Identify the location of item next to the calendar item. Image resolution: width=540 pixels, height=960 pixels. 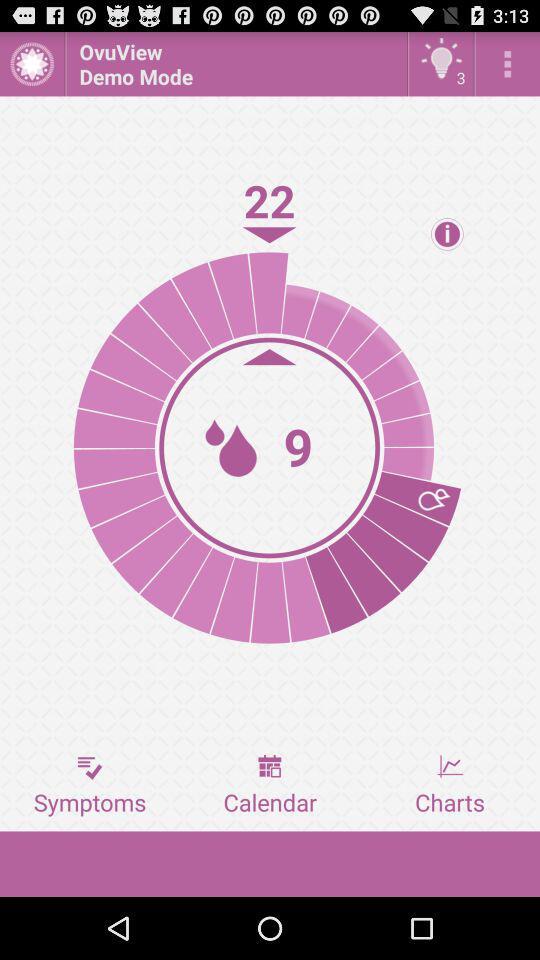
(449, 785).